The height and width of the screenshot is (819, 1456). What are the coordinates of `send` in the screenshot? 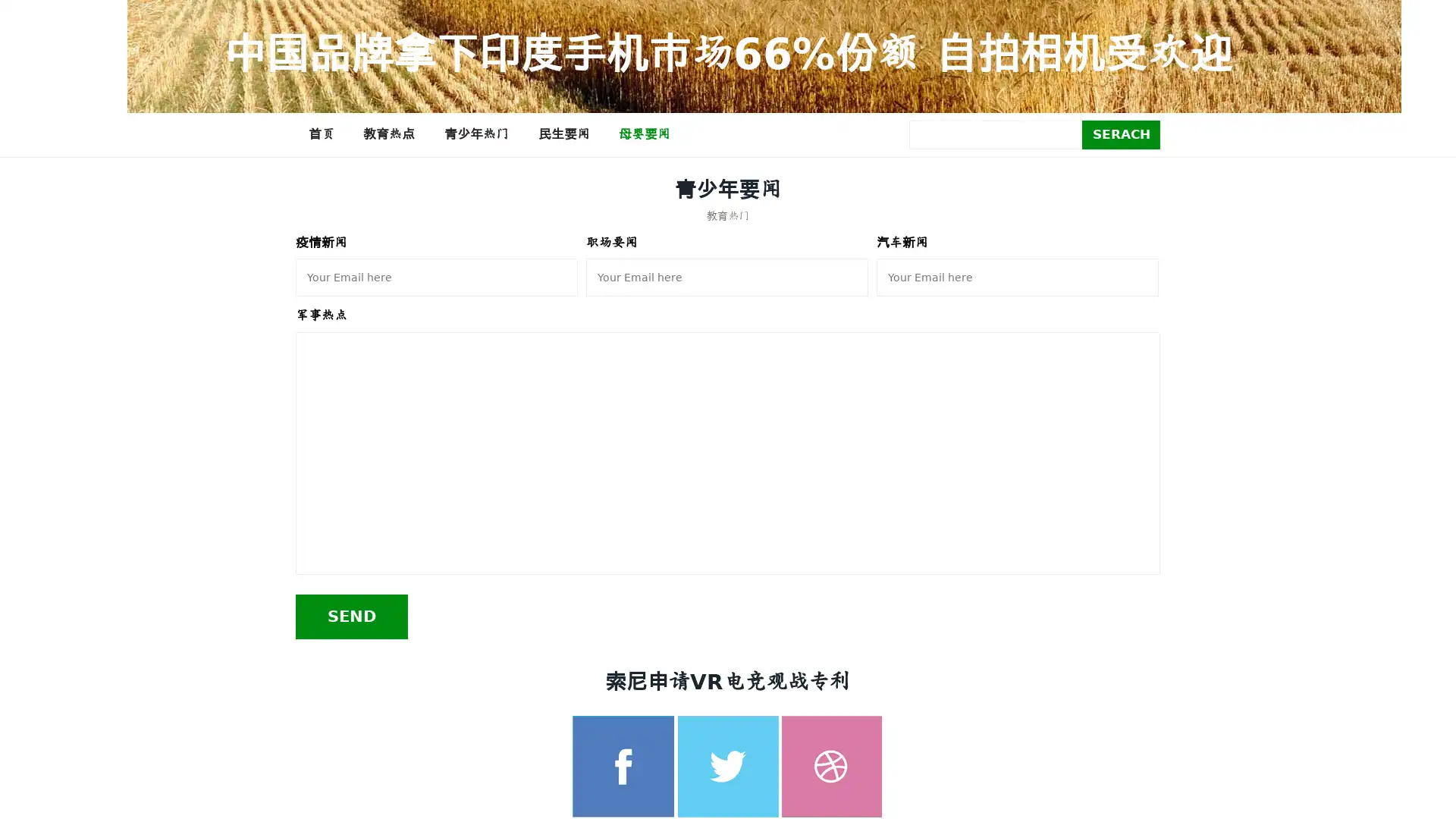 It's located at (351, 616).